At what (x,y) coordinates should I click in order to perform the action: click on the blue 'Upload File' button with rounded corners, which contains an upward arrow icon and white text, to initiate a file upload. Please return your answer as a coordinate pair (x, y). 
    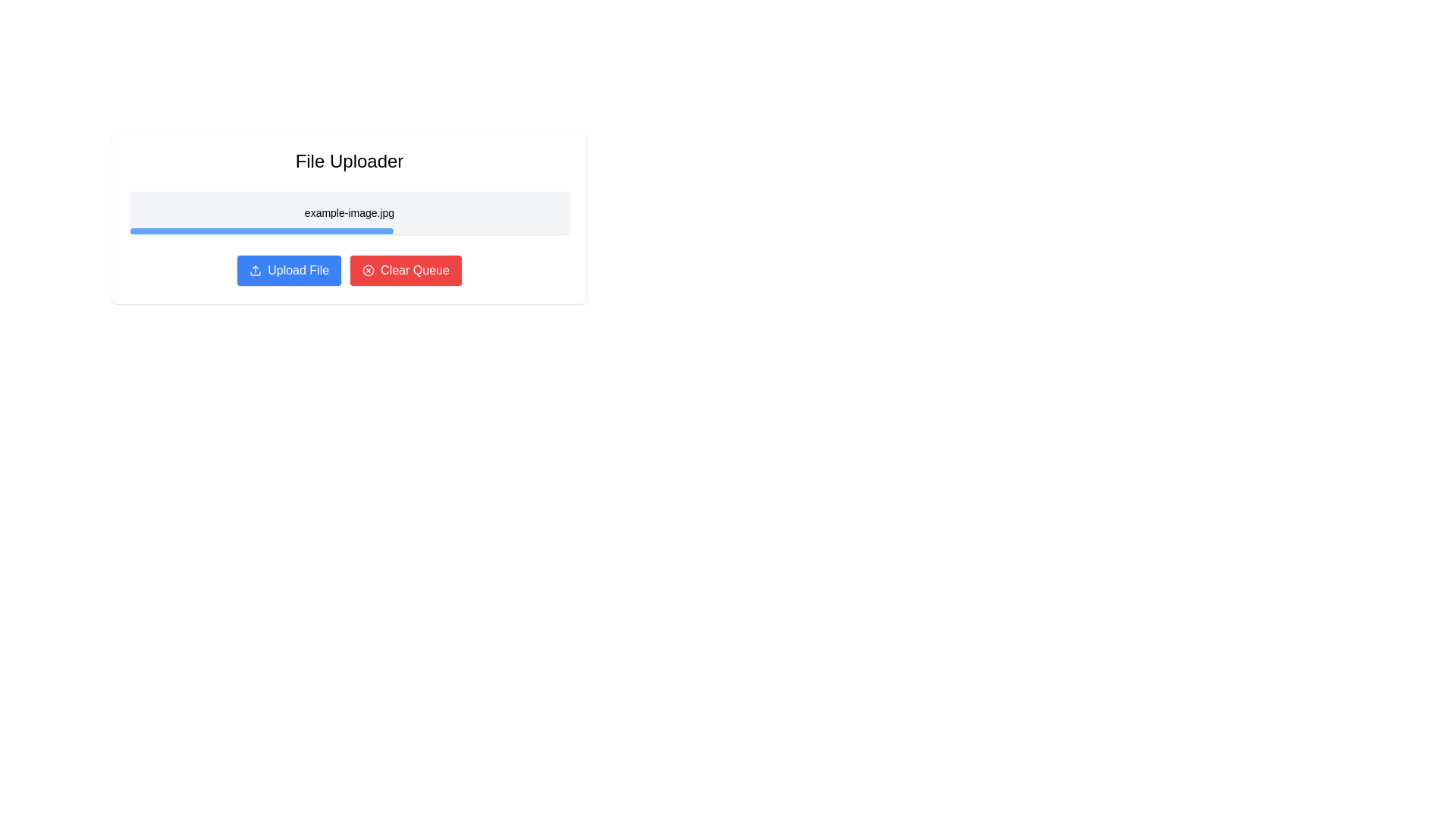
    Looking at the image, I should click on (289, 270).